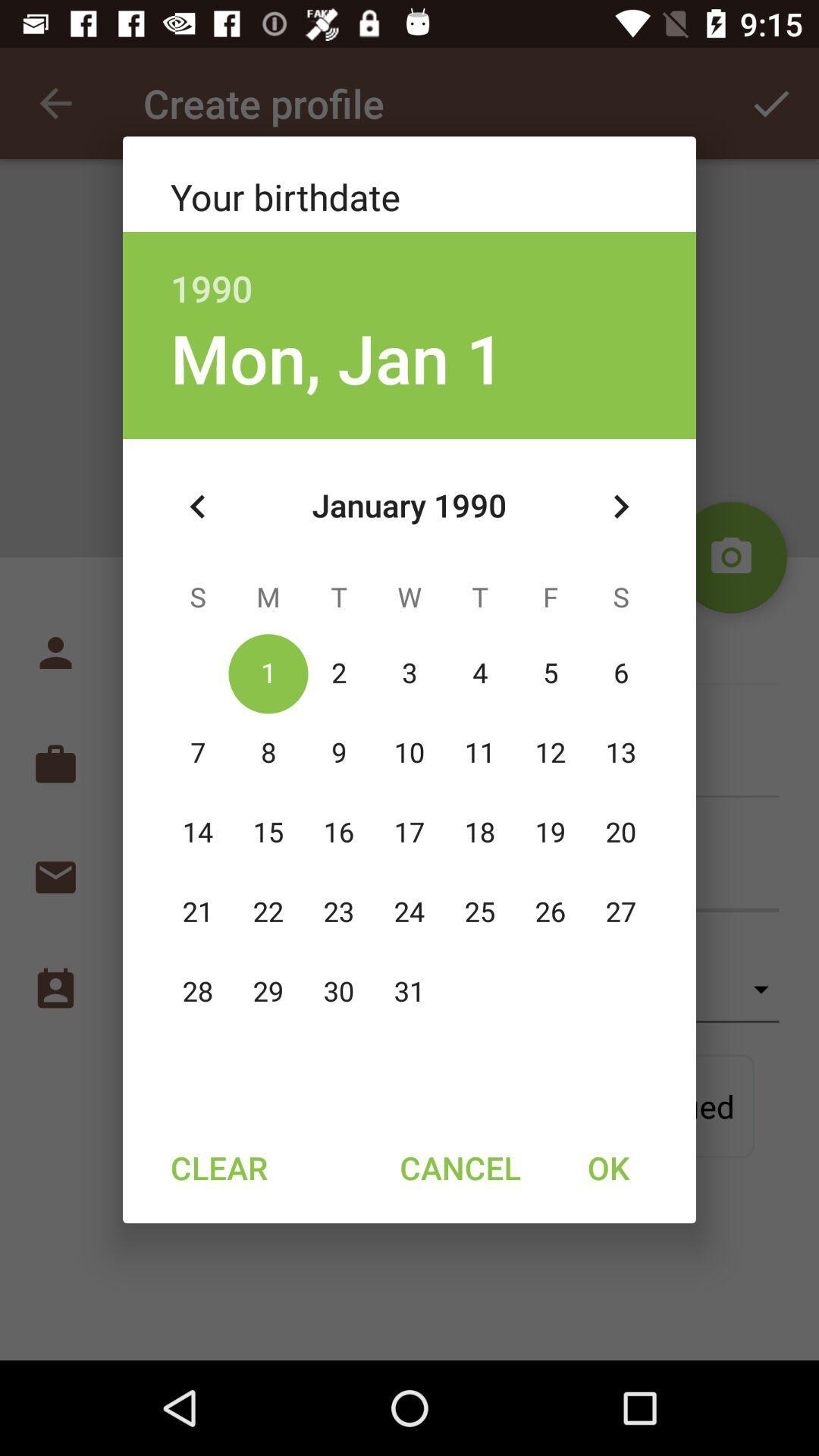 This screenshot has height=1456, width=819. I want to click on cancel, so click(460, 1166).